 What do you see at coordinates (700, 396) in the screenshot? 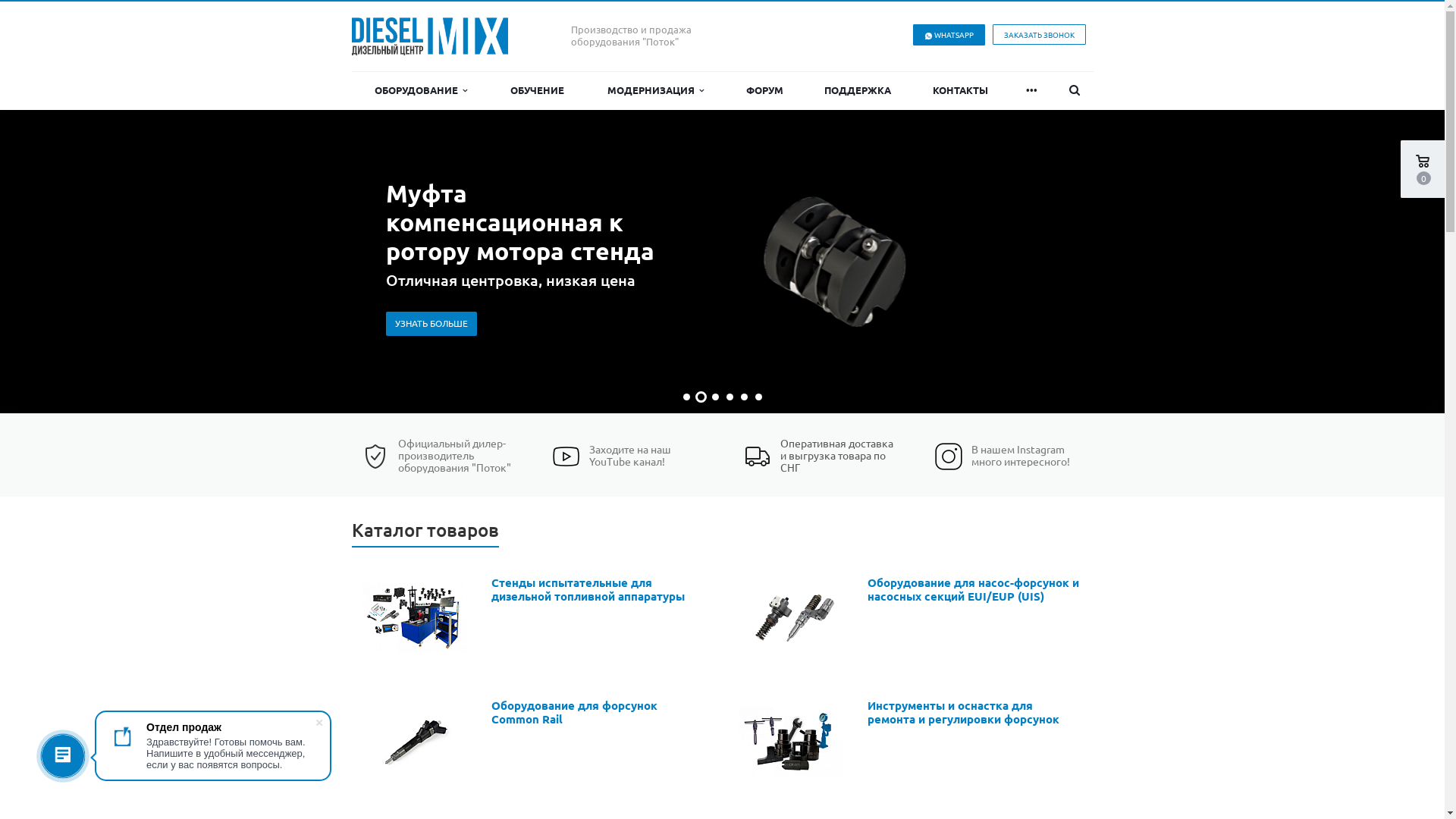
I see `'2'` at bounding box center [700, 396].